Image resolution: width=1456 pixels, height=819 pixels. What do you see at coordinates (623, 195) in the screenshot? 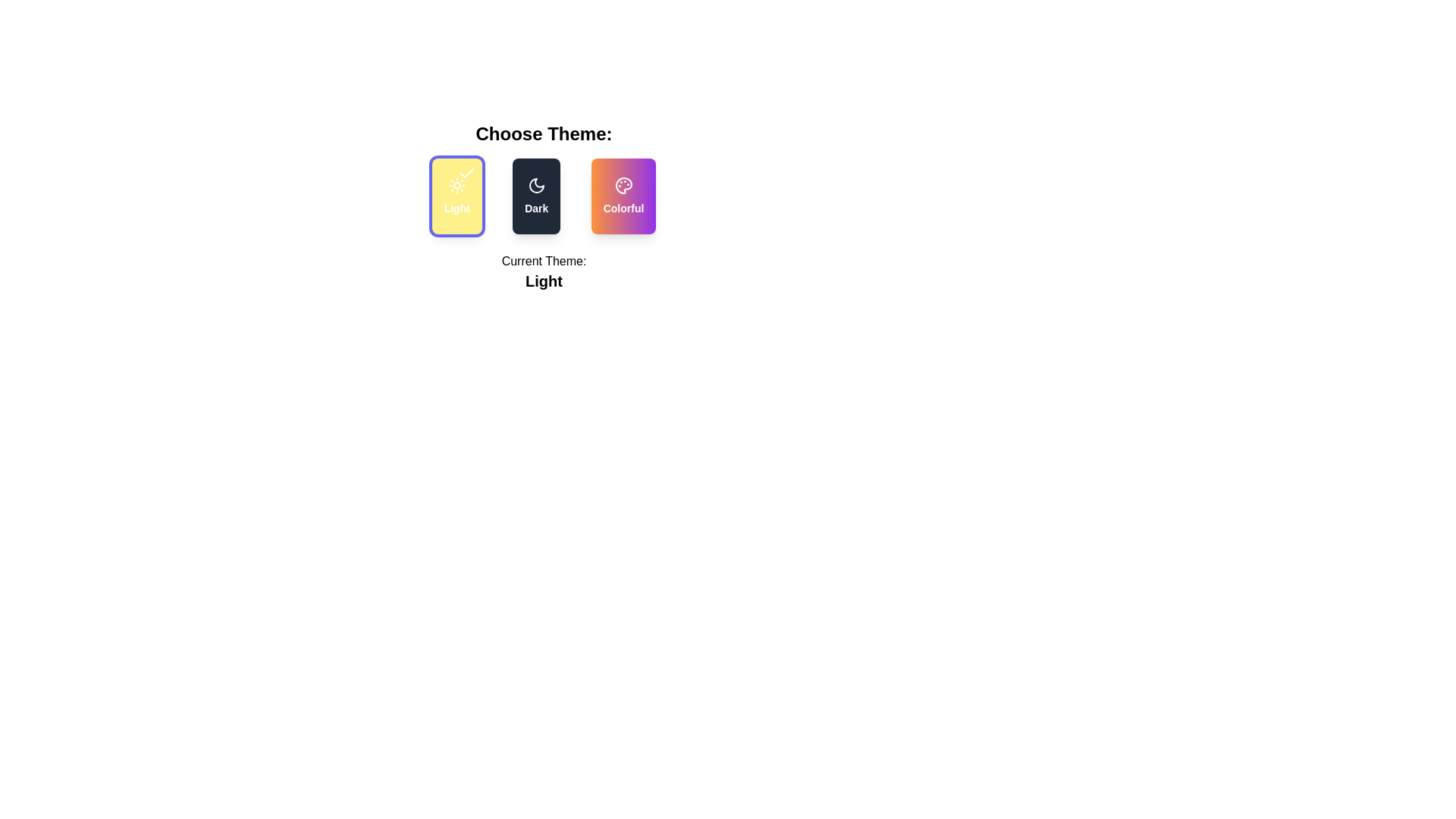
I see `the theme by clicking on the corresponding button for Colorful` at bounding box center [623, 195].